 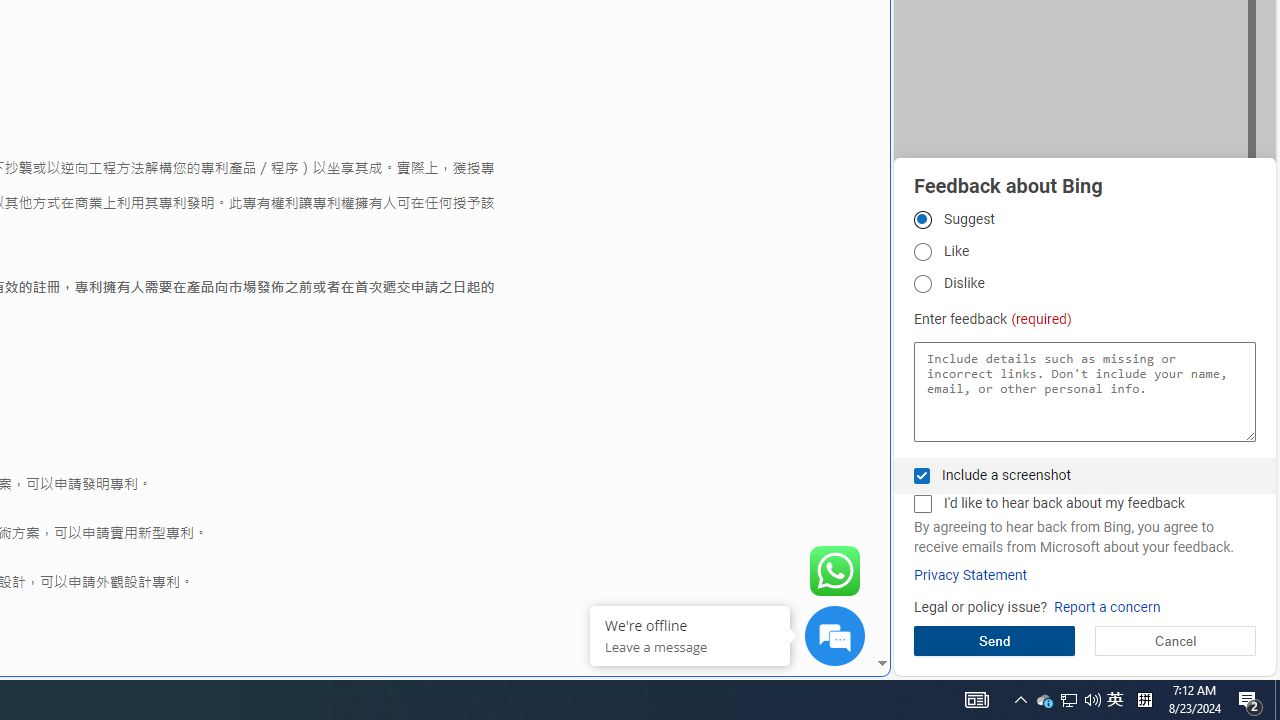 I want to click on 'Include a screenshot', so click(x=921, y=475).